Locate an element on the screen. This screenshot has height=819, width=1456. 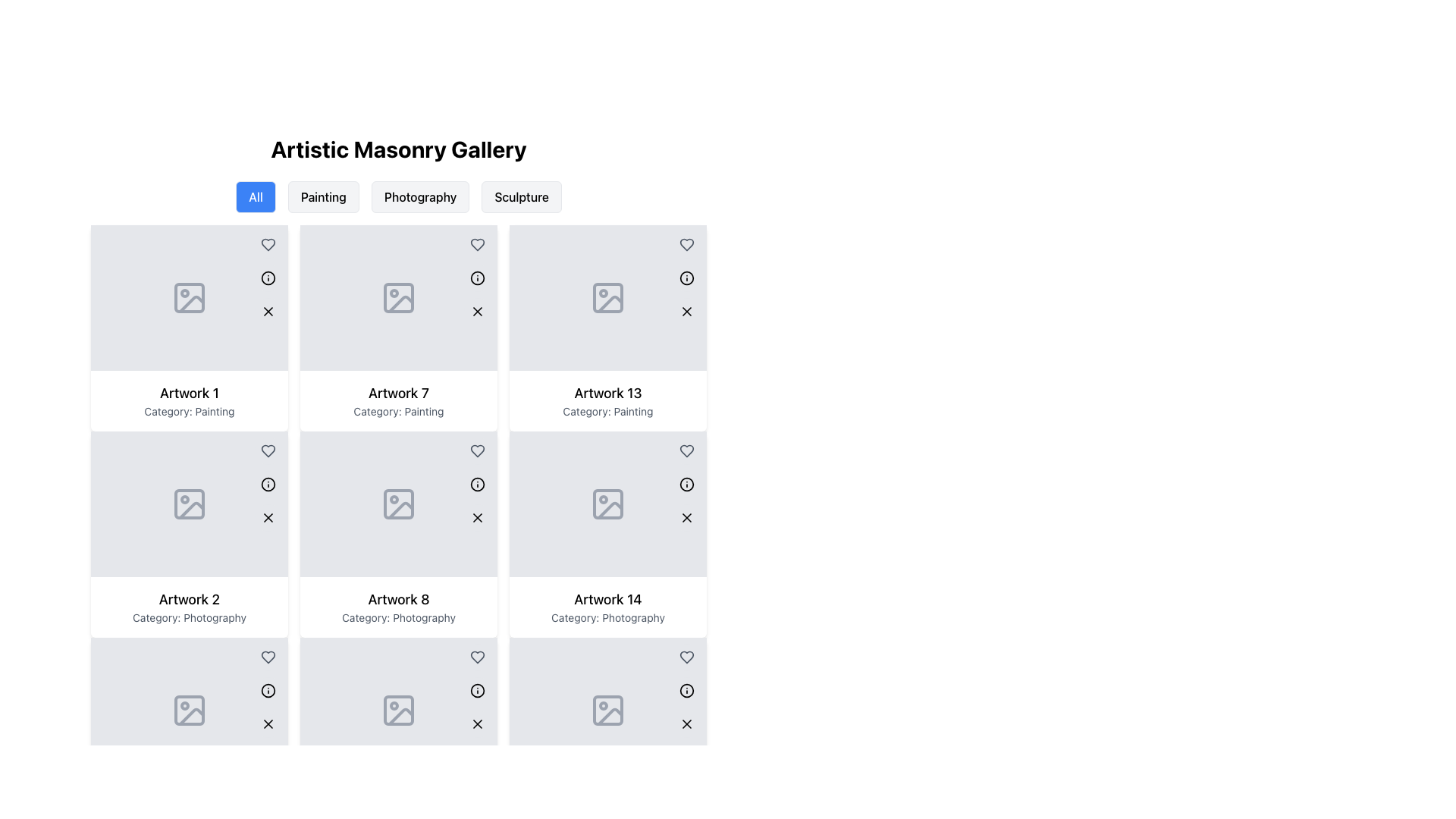
the visual placeholder for artwork located in the fourth row and second column of the artistic gallery grid layout is located at coordinates (607, 504).